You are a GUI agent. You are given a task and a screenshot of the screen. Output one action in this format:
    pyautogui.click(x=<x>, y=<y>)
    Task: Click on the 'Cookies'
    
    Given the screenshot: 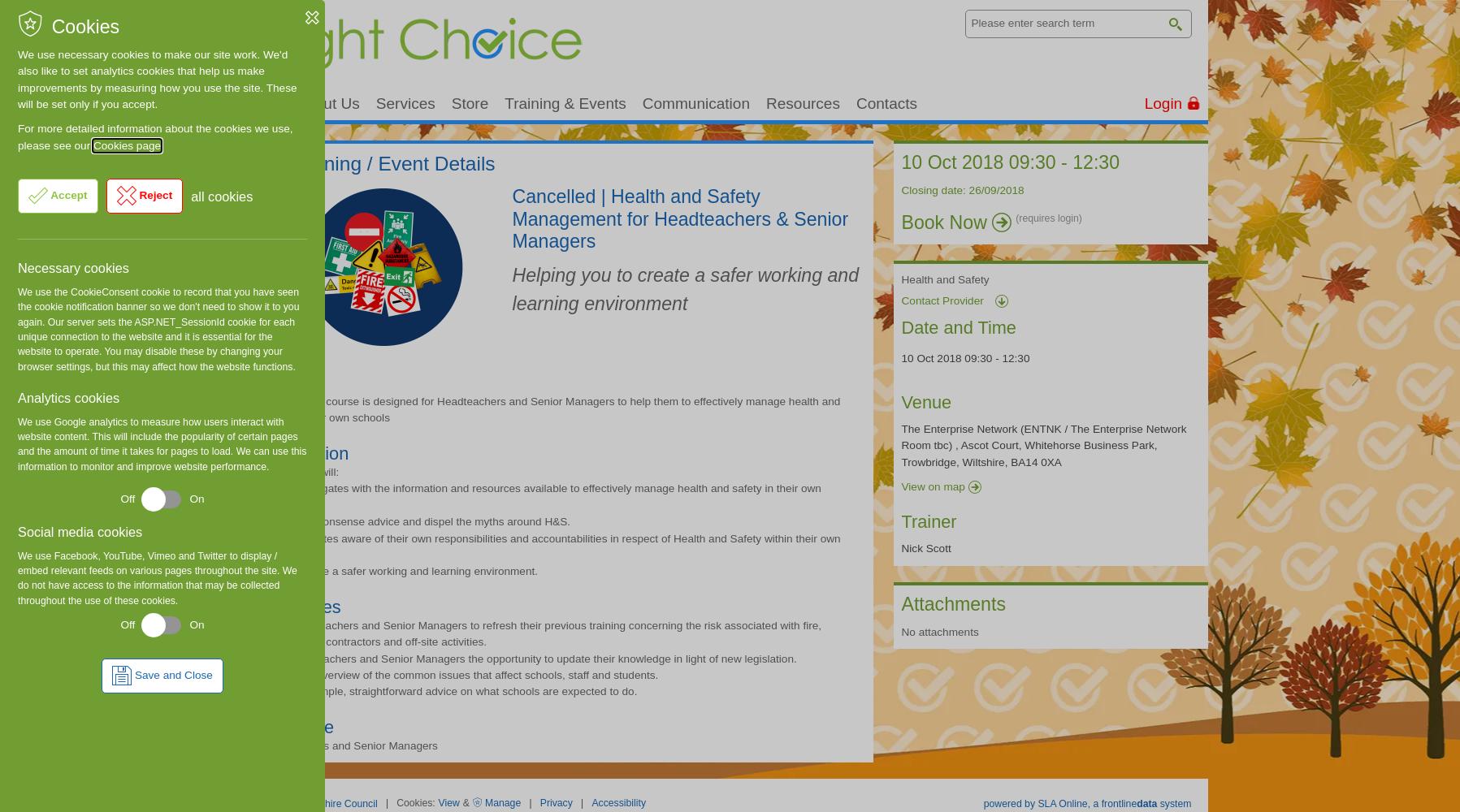 What is the action you would take?
    pyautogui.click(x=84, y=27)
    